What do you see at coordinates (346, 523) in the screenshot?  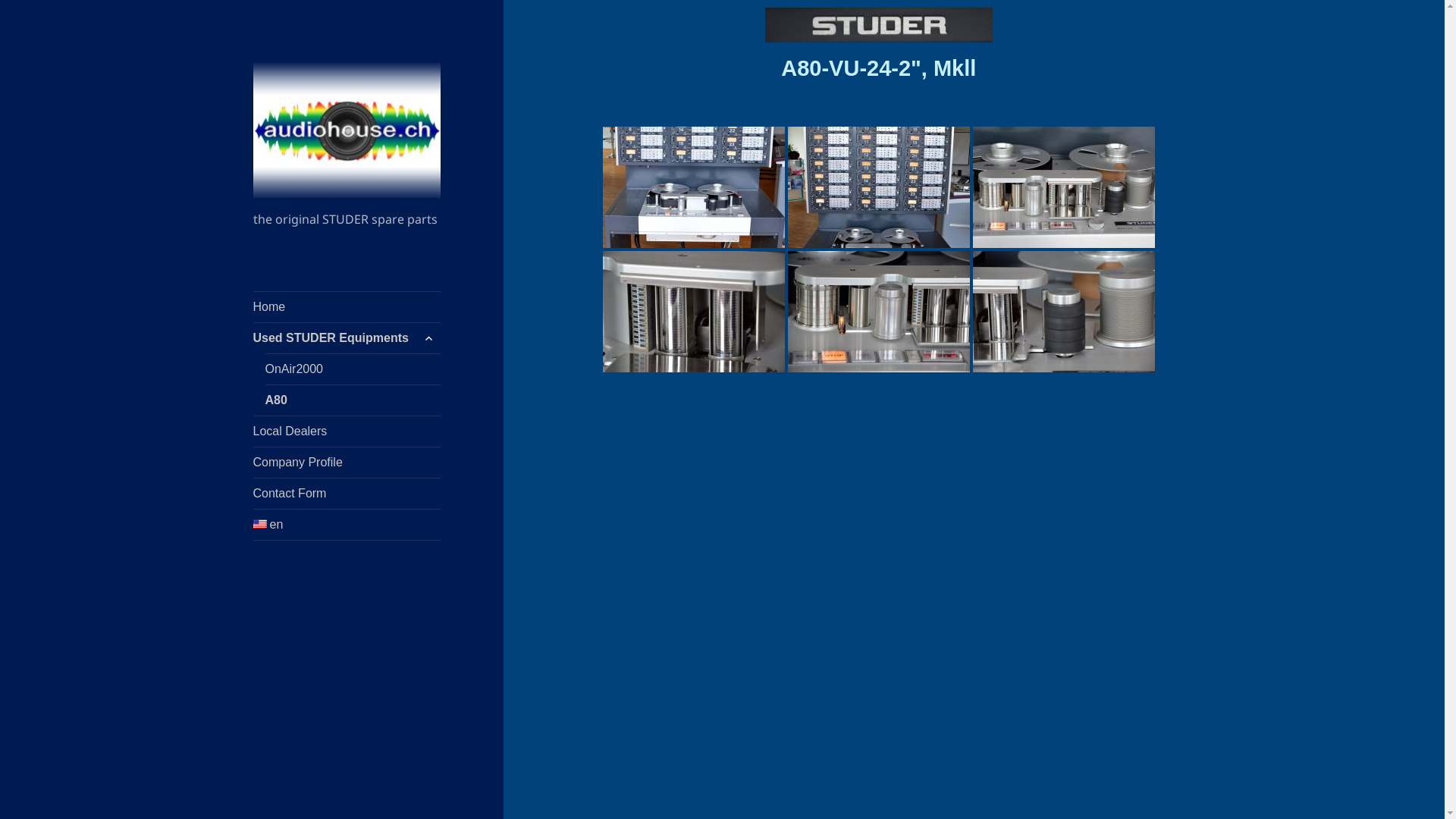 I see `'en'` at bounding box center [346, 523].